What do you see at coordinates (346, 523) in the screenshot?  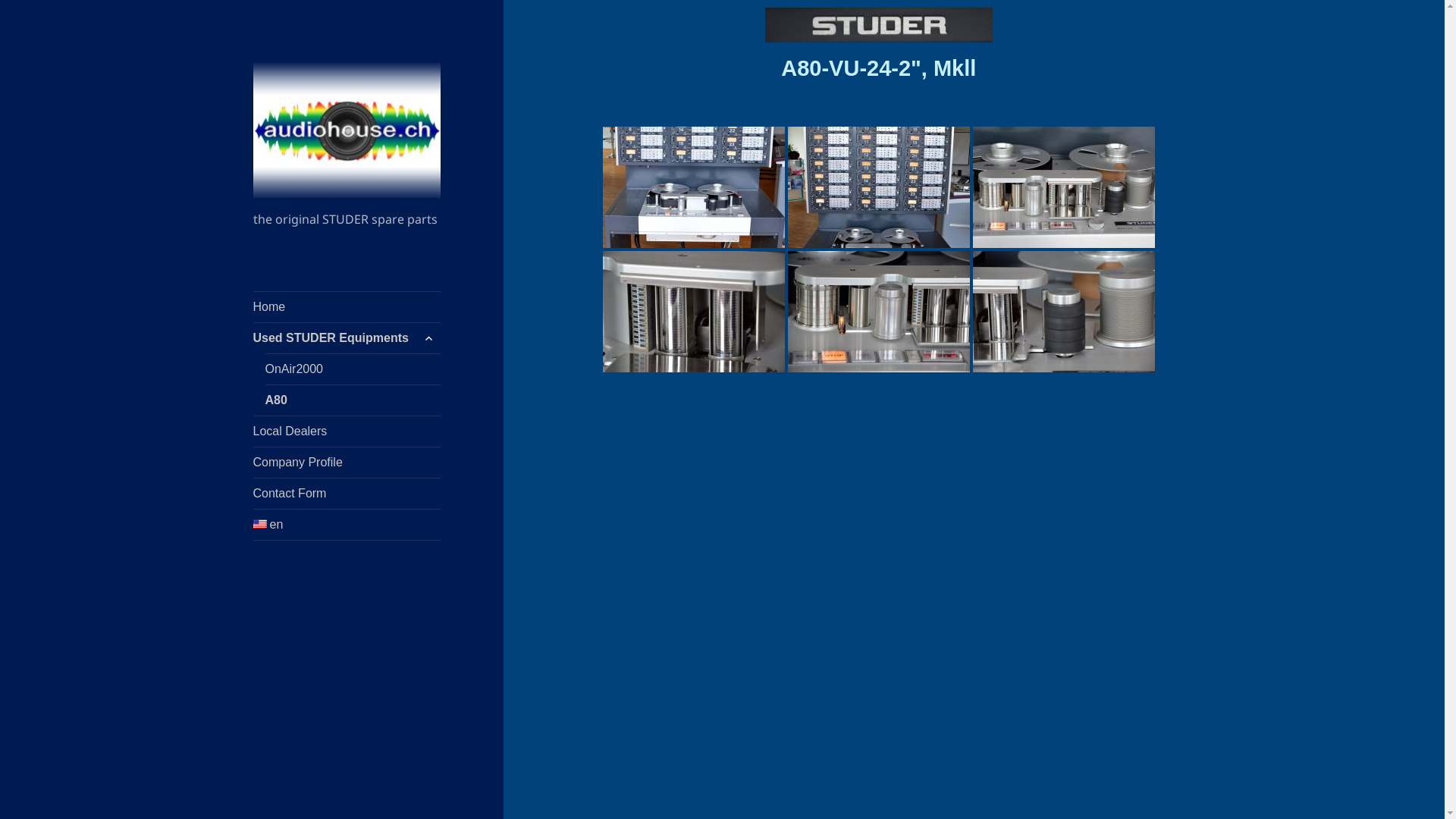 I see `'en'` at bounding box center [346, 523].